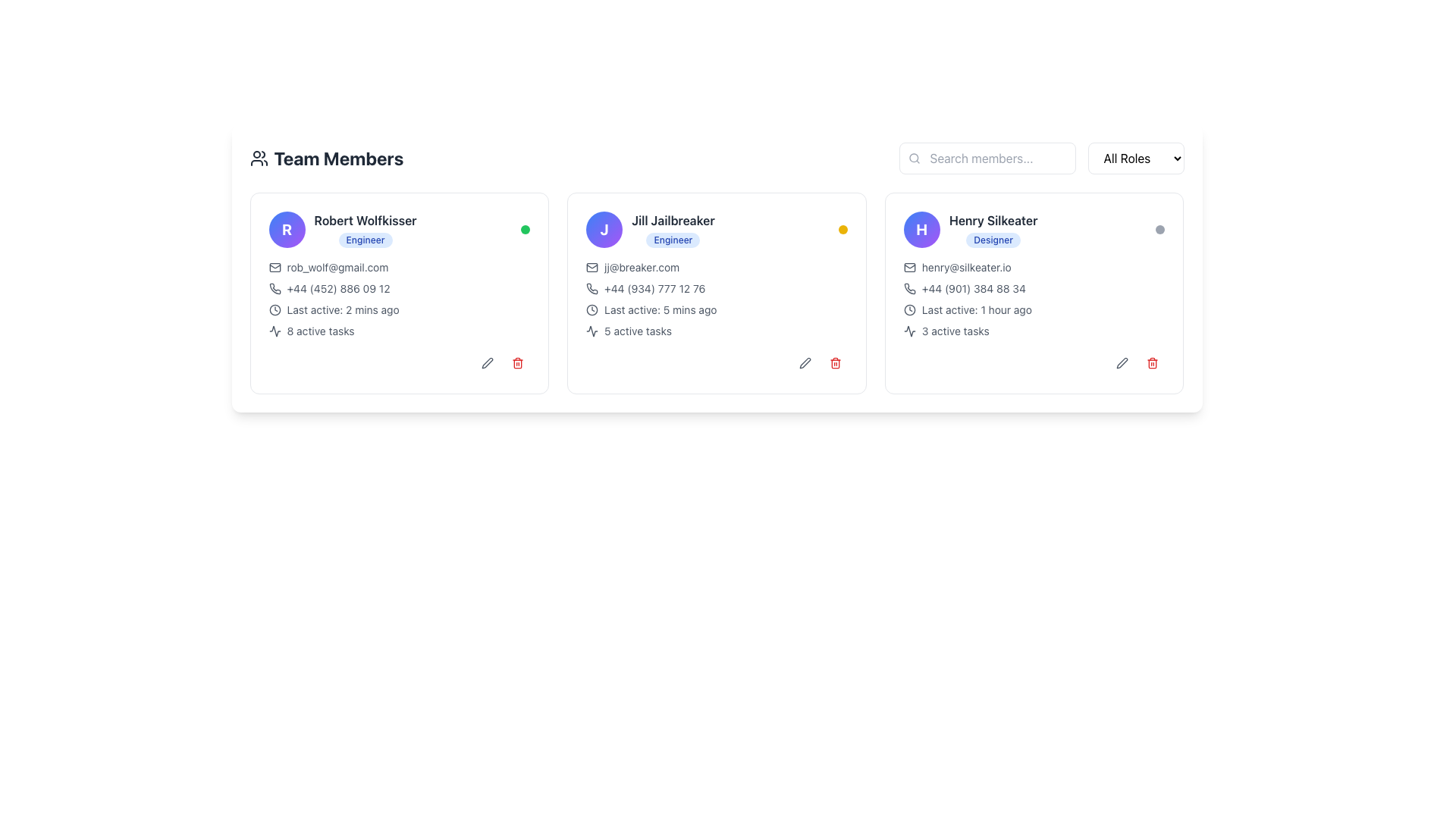 This screenshot has width=1456, height=819. I want to click on displayed text of the two-part label containing 'Jill Jailbreaker' and the role 'Engineer', which is located in the middle column below a circular icon with 'J', so click(673, 230).